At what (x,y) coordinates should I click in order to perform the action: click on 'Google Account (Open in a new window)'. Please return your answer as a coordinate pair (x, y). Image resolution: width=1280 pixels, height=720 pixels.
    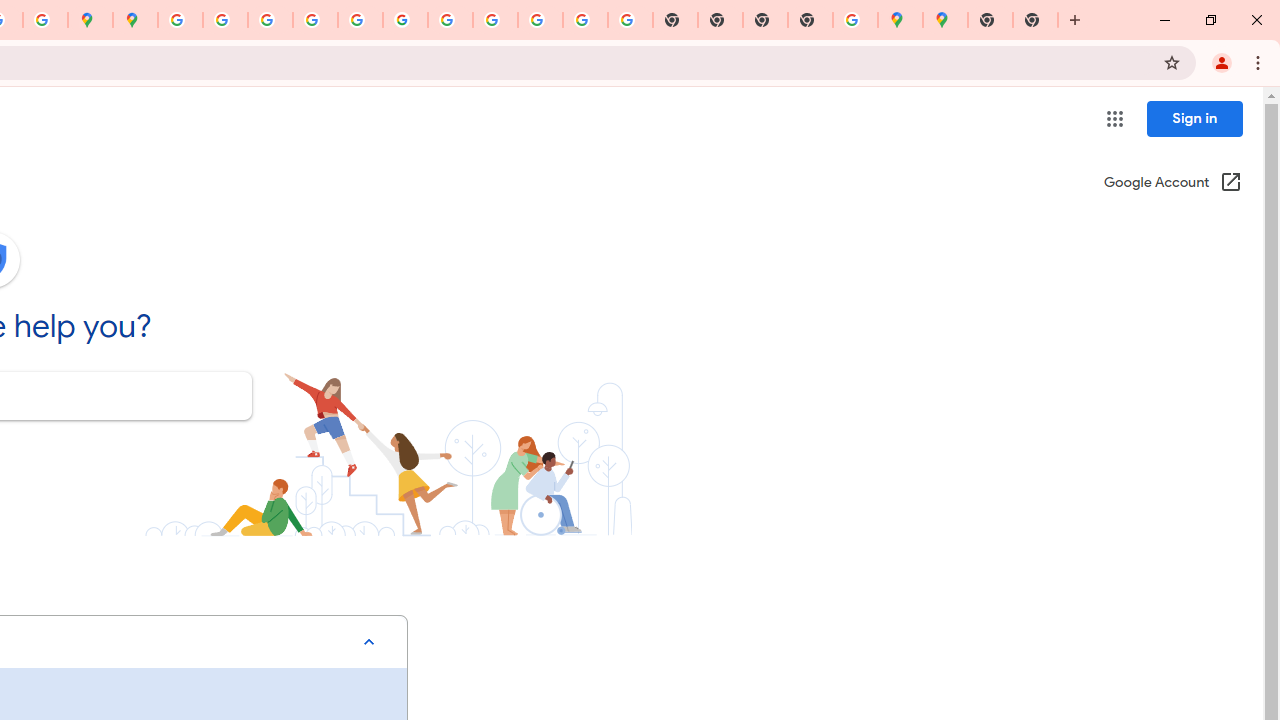
    Looking at the image, I should click on (1173, 183).